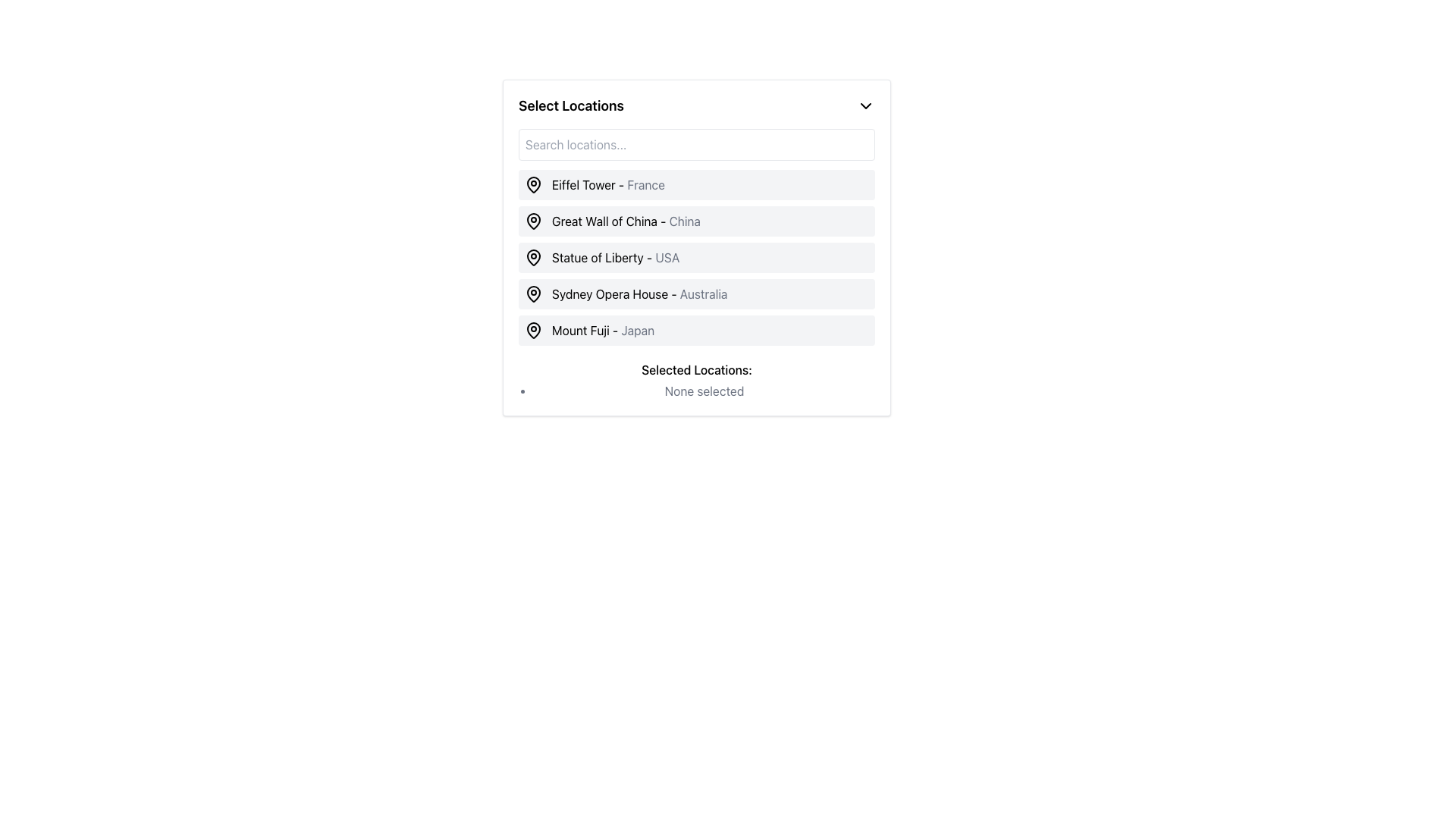 This screenshot has height=819, width=1456. What do you see at coordinates (866, 105) in the screenshot?
I see `the Dropdown indicator icon located in the top-right corner of the 'Select Locations' panel header` at bounding box center [866, 105].